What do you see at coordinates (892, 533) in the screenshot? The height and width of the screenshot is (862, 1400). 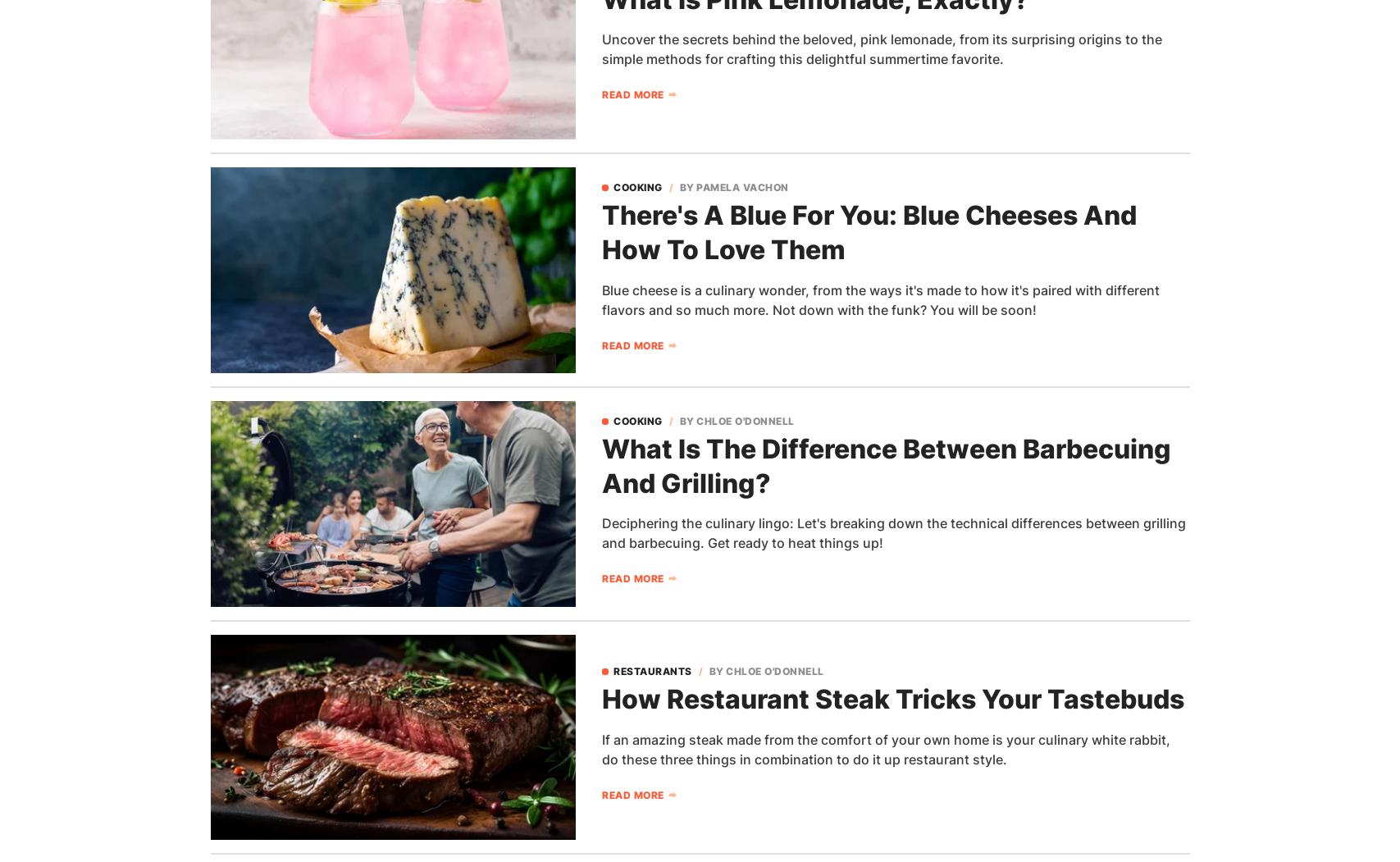 I see `'Deciphering the culinary lingo: Let's breaking down the technical differences between grilling and barbecuing. Get ready to heat things up!'` at bounding box center [892, 533].